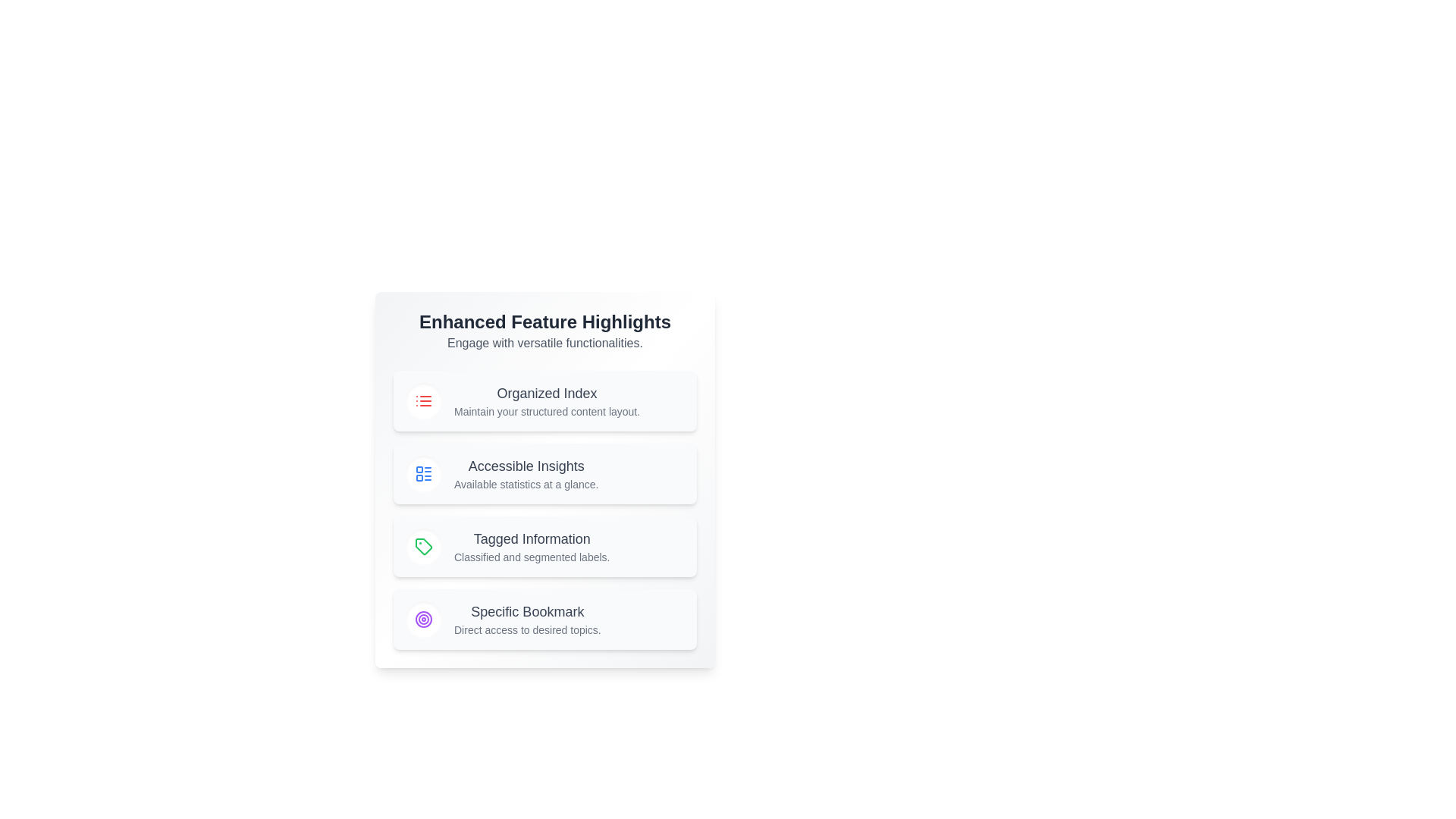 The width and height of the screenshot is (1456, 819). What do you see at coordinates (423, 400) in the screenshot?
I see `the icon representing Organized Index` at bounding box center [423, 400].